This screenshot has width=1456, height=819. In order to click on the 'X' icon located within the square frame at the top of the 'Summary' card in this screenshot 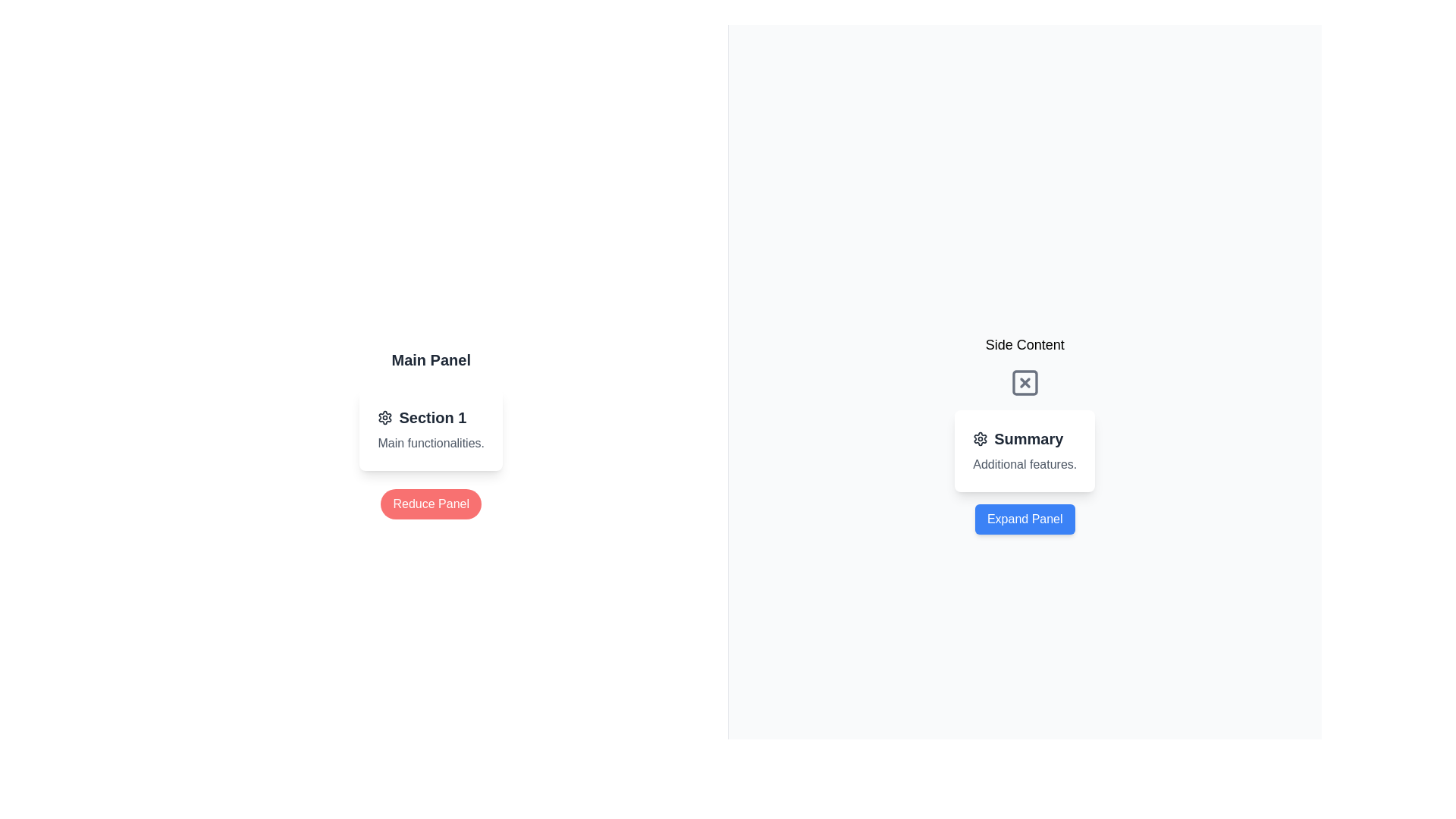, I will do `click(1025, 382)`.